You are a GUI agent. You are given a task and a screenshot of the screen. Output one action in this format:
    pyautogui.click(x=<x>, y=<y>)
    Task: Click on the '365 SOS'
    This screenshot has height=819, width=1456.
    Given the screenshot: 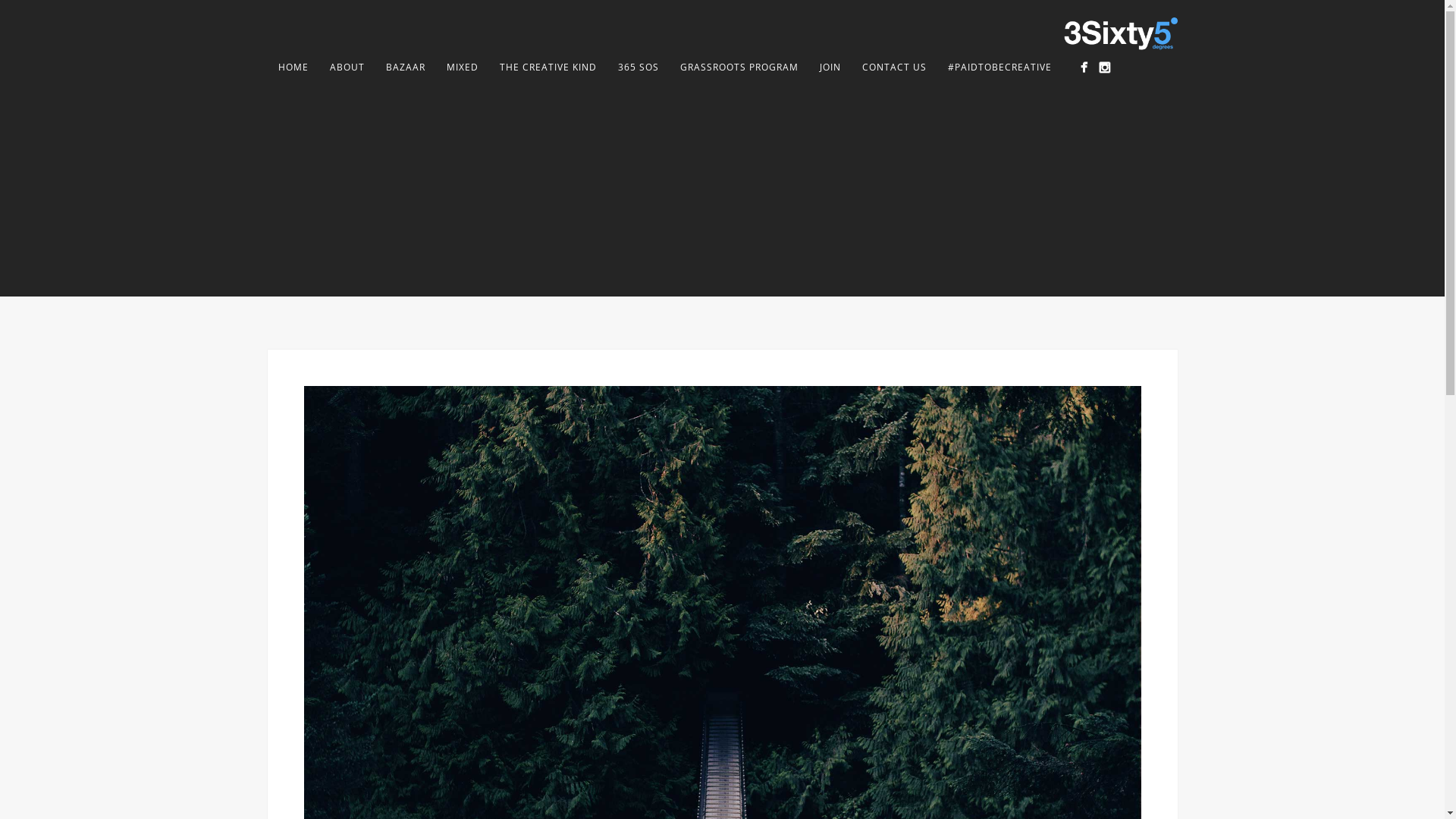 What is the action you would take?
    pyautogui.click(x=637, y=66)
    